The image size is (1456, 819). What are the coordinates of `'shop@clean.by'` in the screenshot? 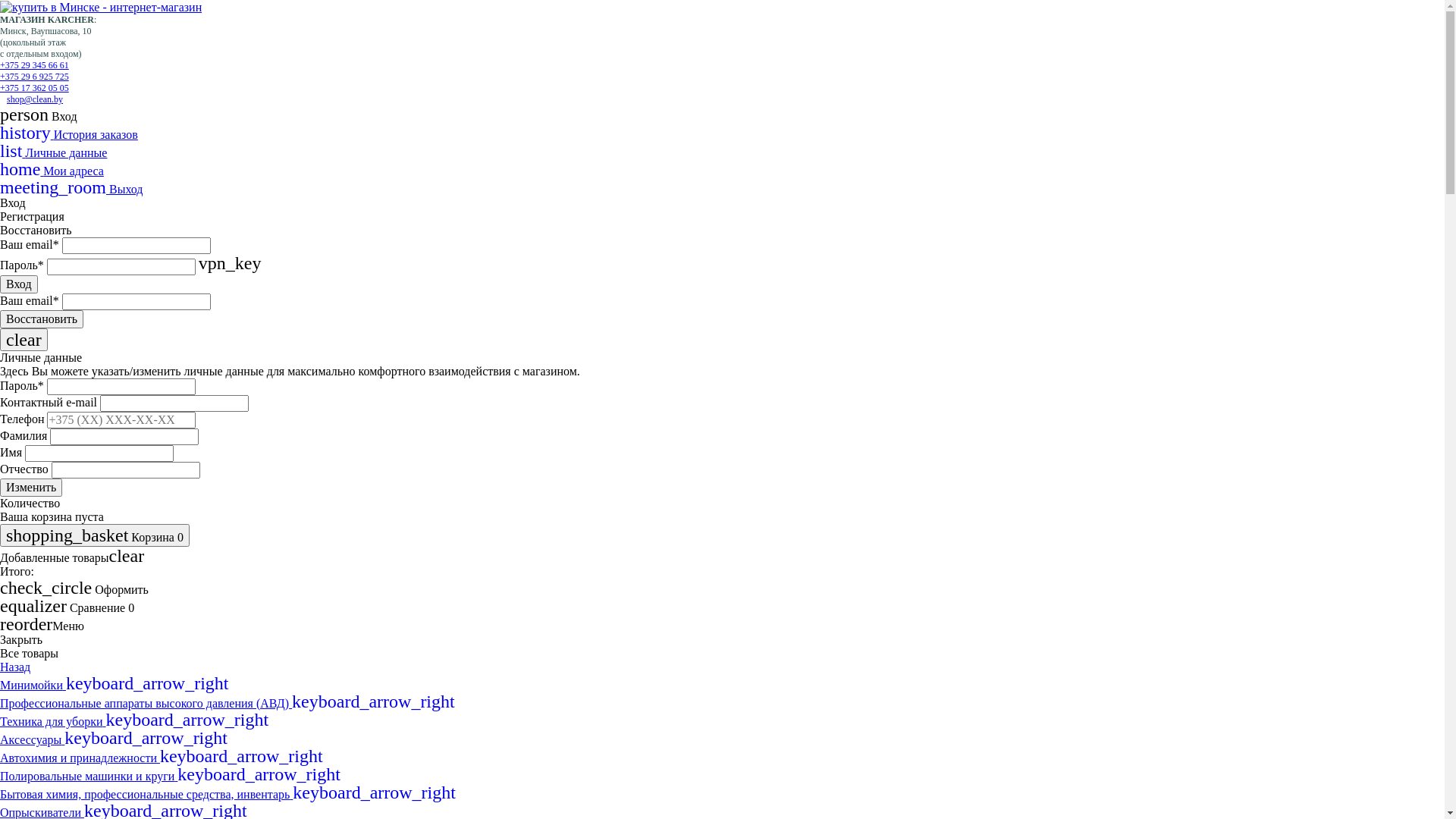 It's located at (35, 99).